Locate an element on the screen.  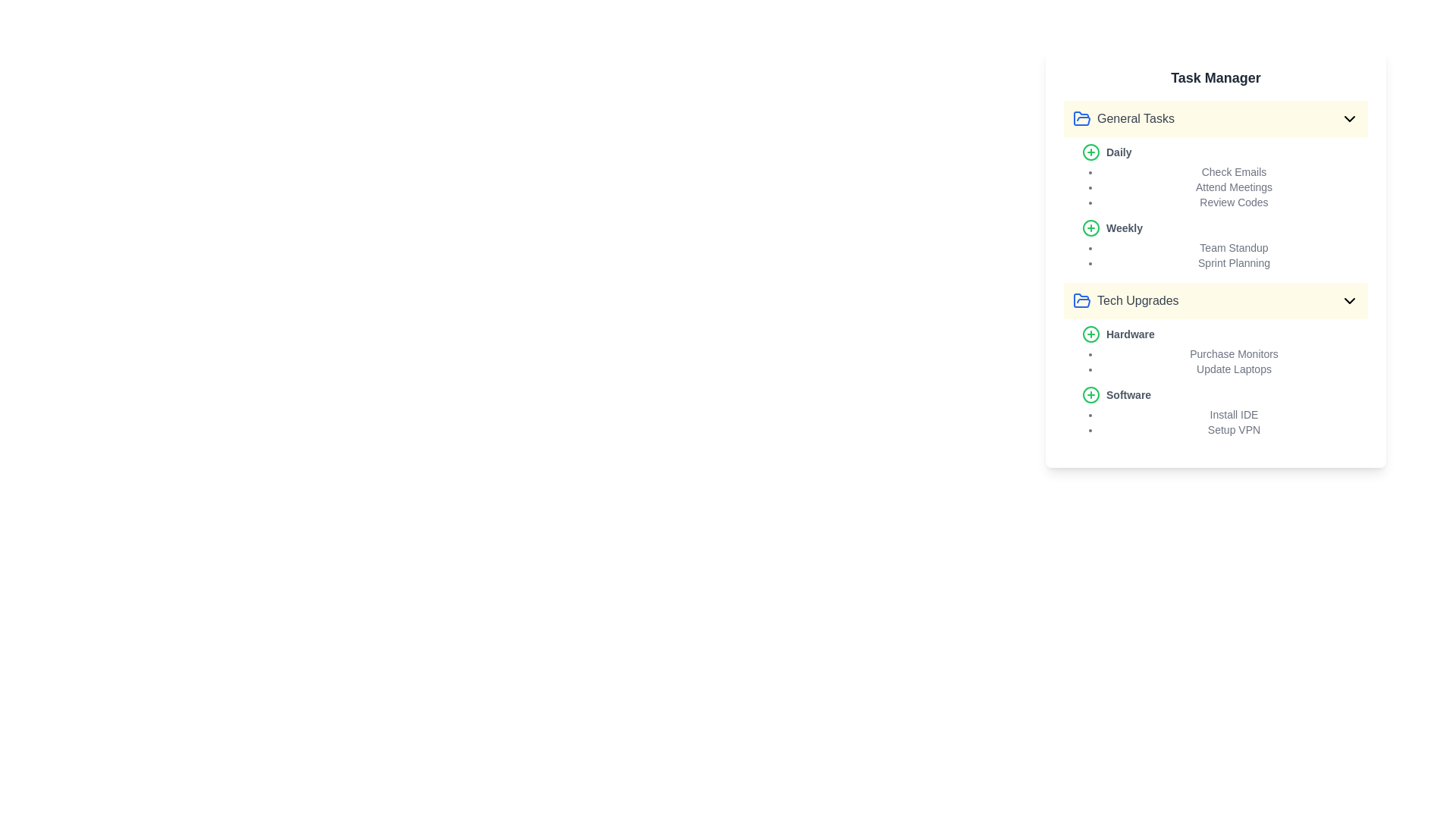
the text label indicating the task 'Update Laptops' in the 'Hardware' section of the Task Manager interface is located at coordinates (1234, 369).